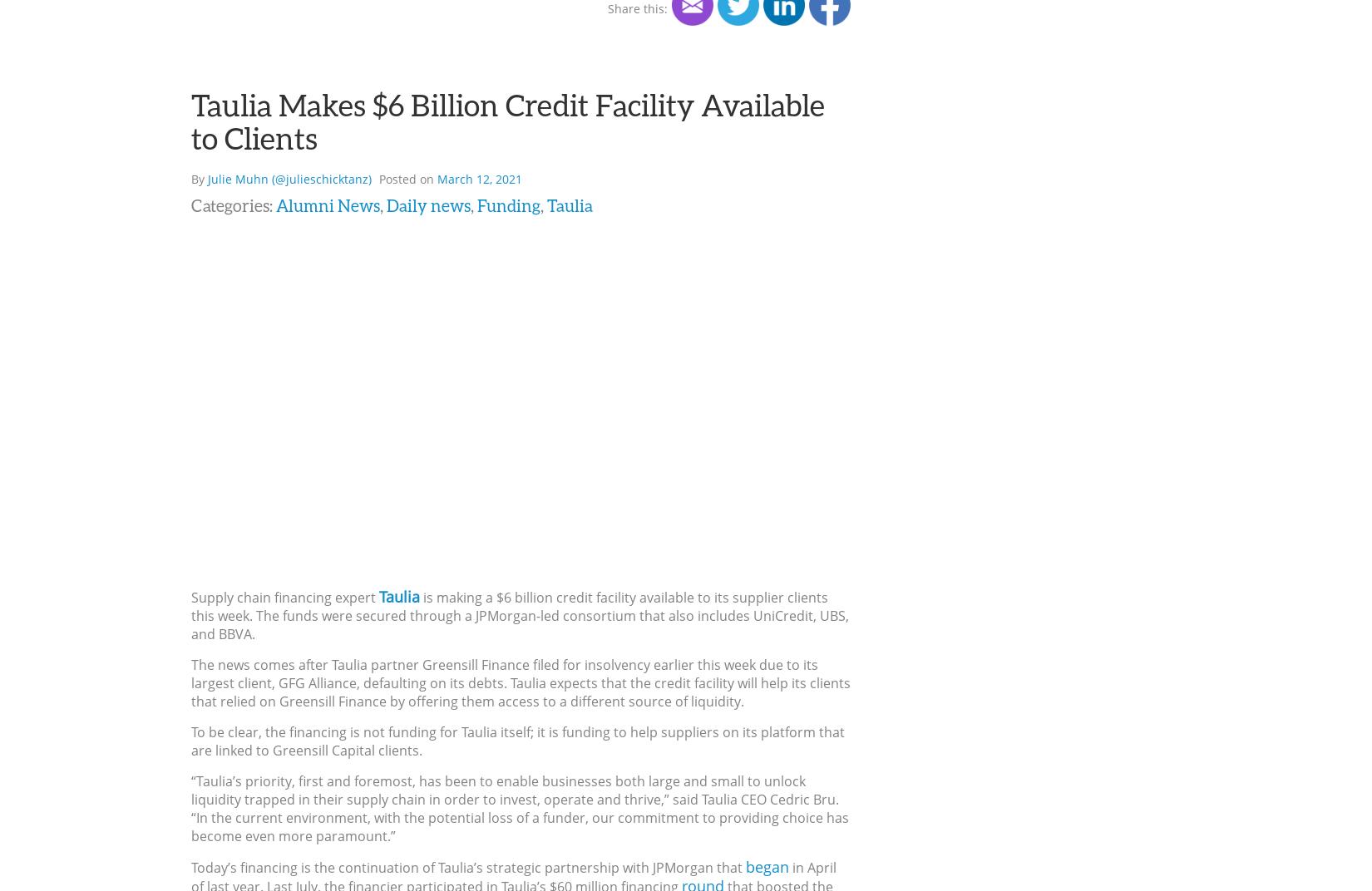 The image size is (1372, 891). I want to click on 'Today’s financing is the continuation of Taulia’s strategic partnership with JPMorgan that', so click(467, 866).